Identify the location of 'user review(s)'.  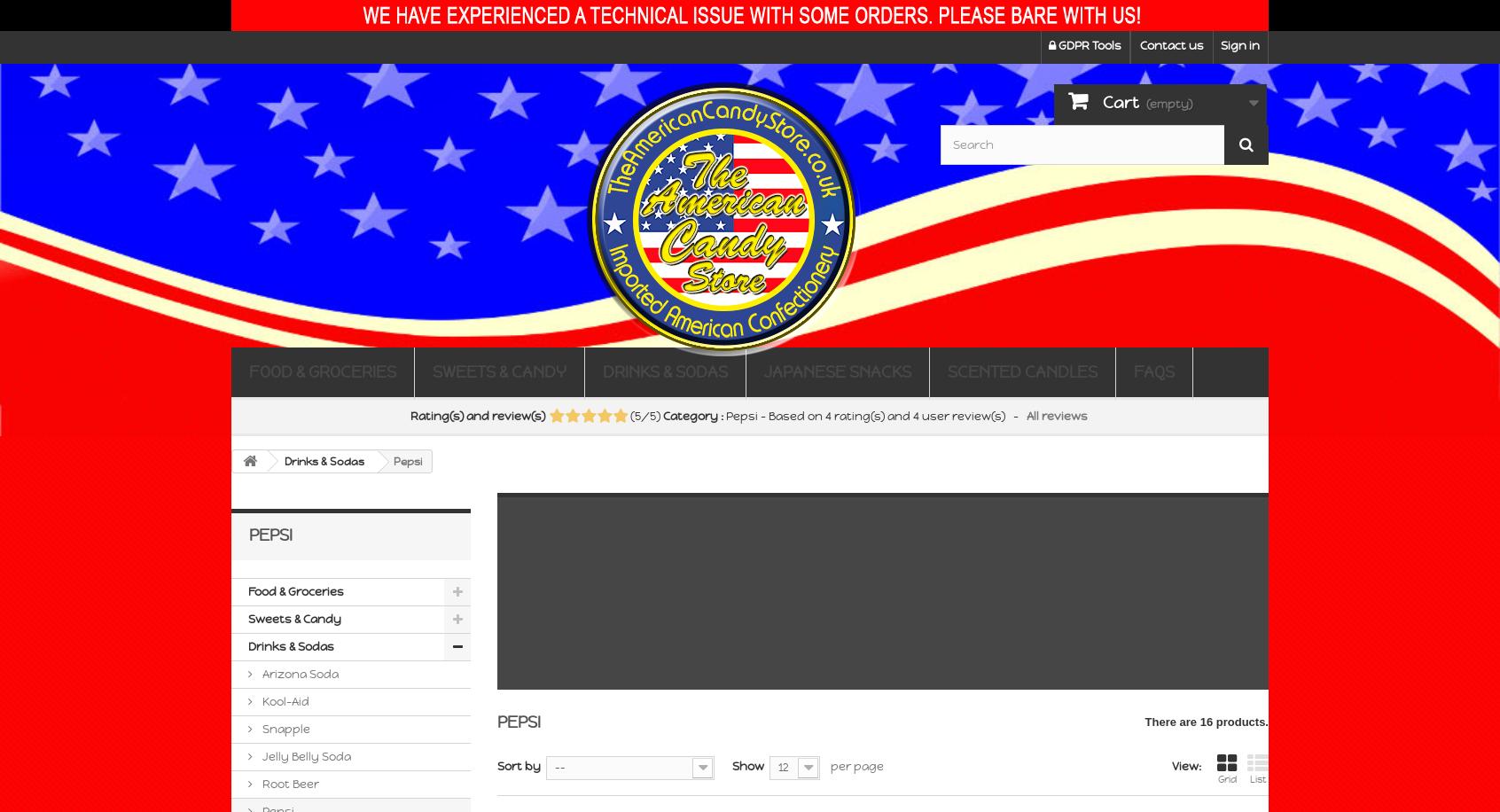
(962, 416).